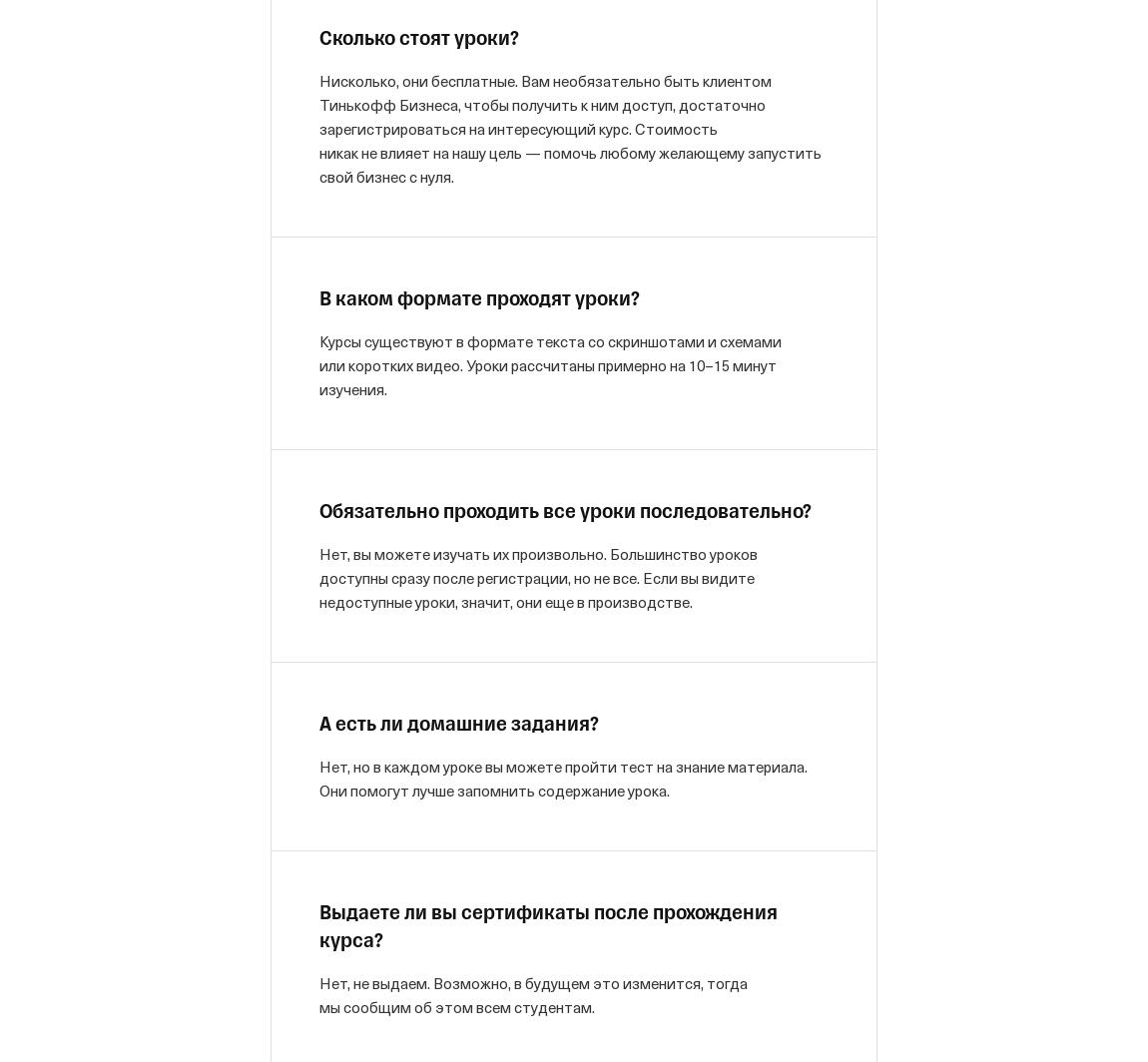 Image resolution: width=1148 pixels, height=1062 pixels. I want to click on 'А есть ли домашние задания?', so click(459, 724).